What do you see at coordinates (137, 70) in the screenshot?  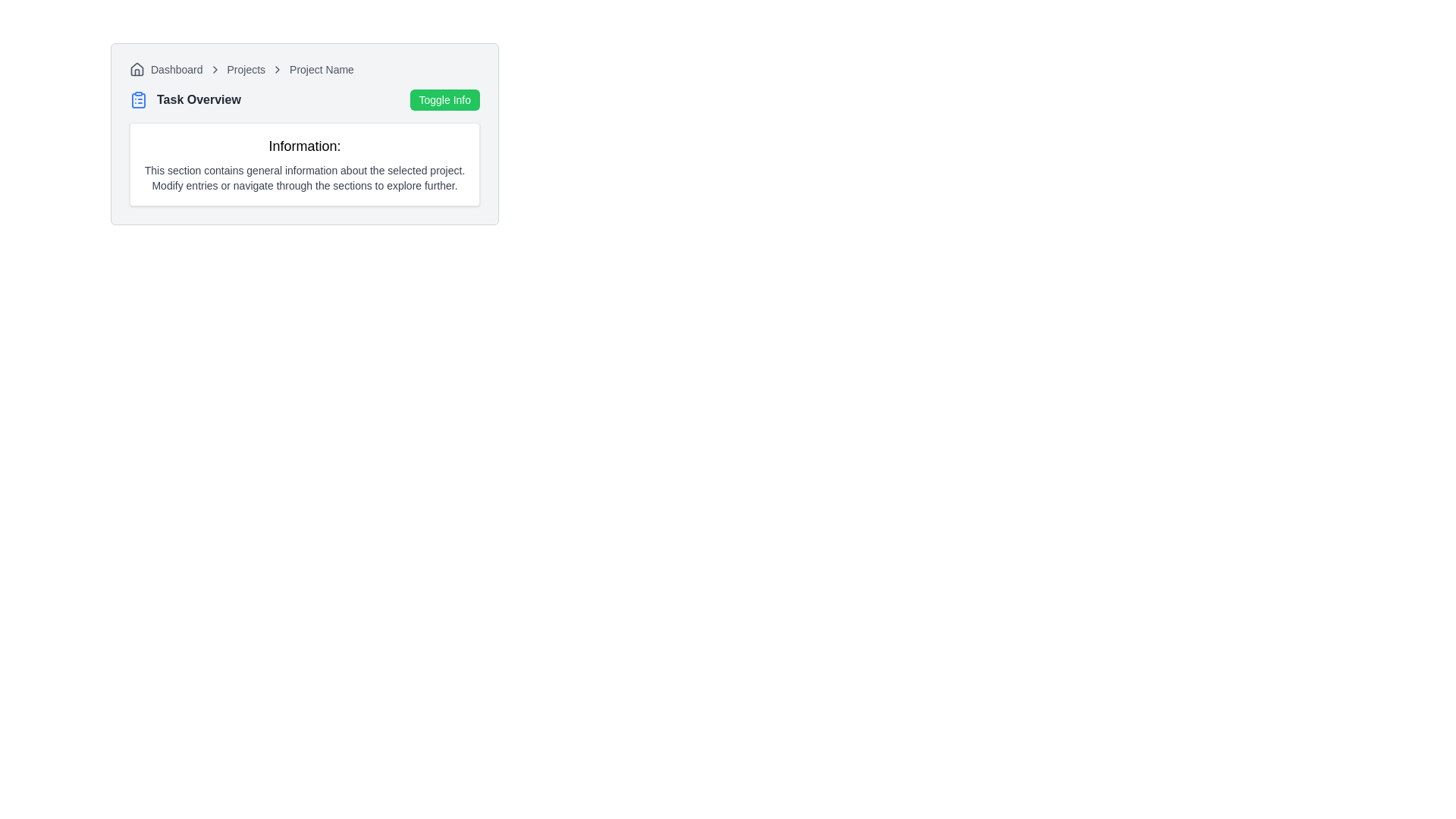 I see `the icon located at the very left of the breadcrumb navigation bar, which precedes the text 'Dashboard'` at bounding box center [137, 70].